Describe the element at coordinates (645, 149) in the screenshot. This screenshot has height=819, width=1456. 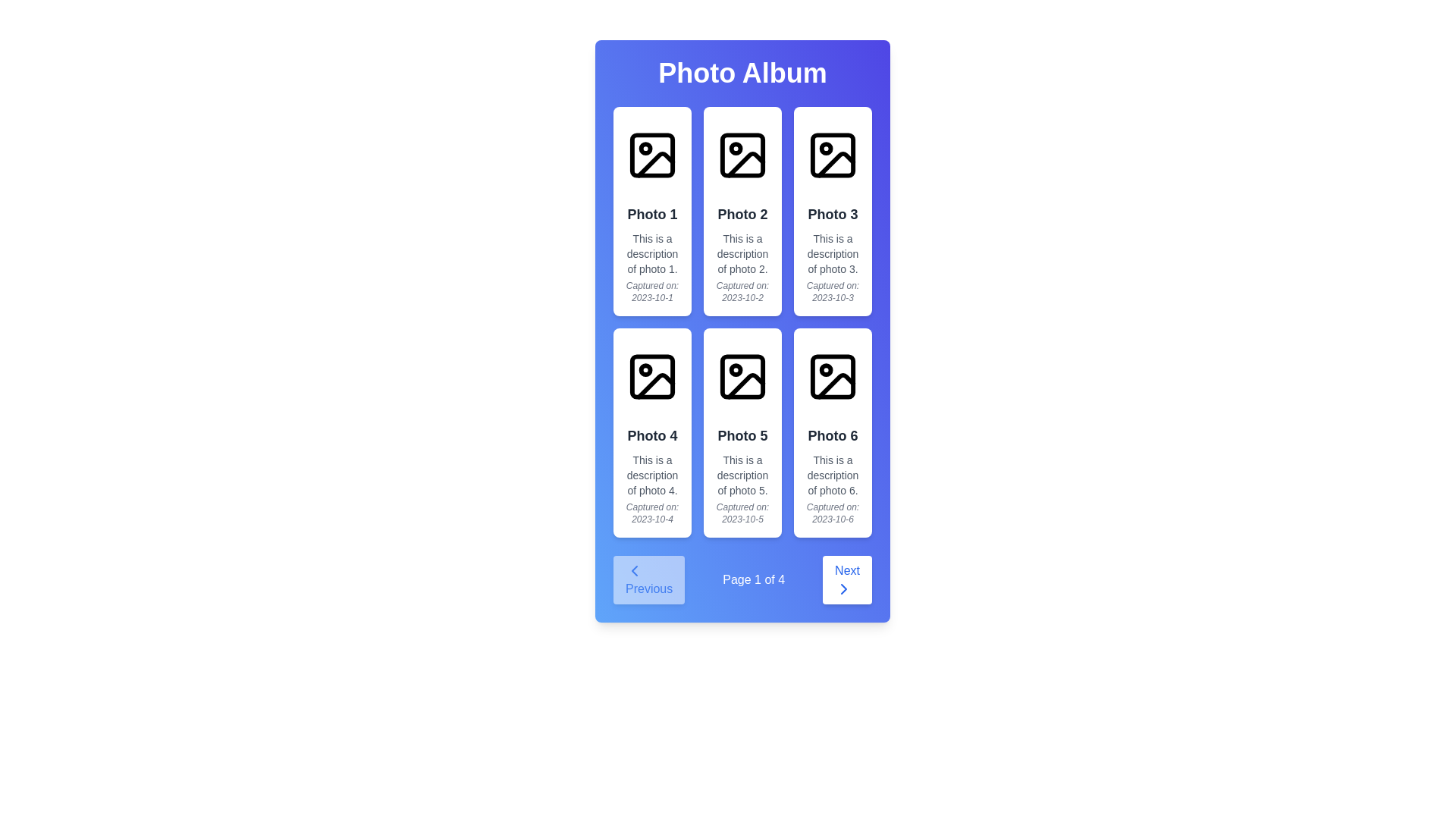
I see `SVG circle shape element located in the first photo card at the top-left of the interface using developer tools` at that location.